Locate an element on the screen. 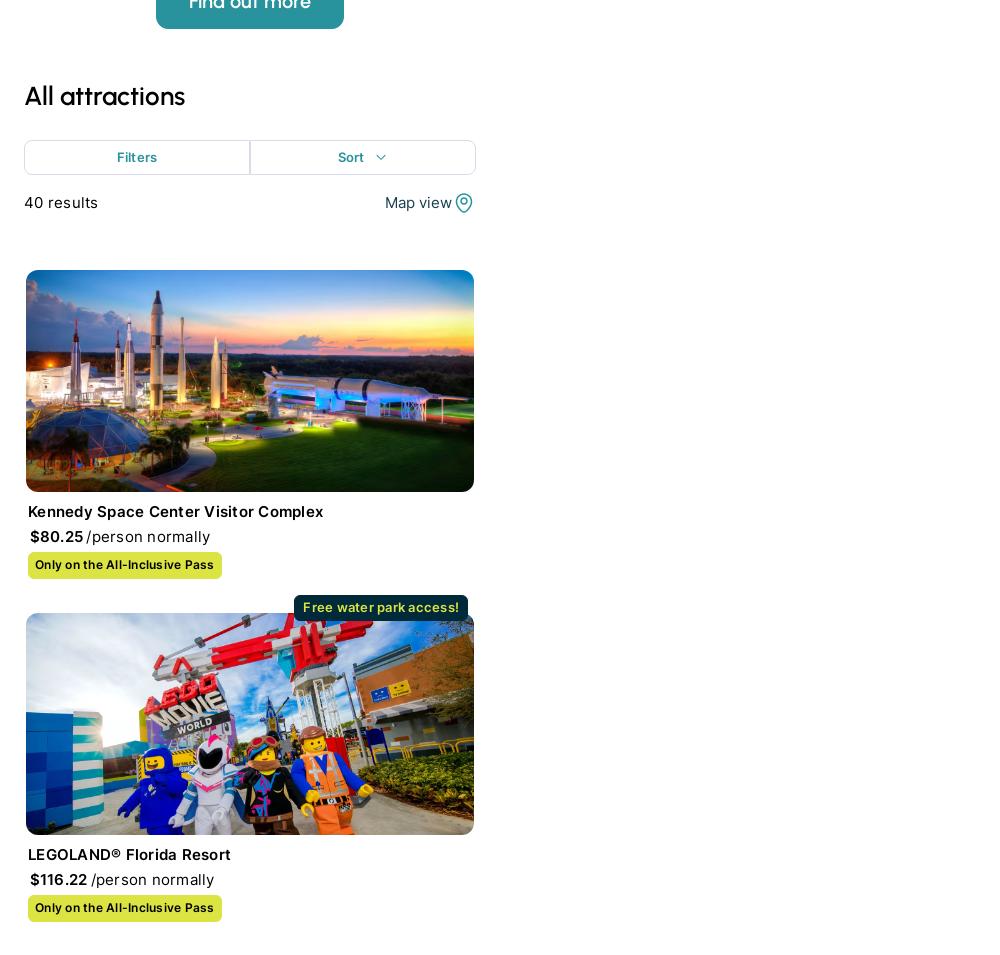 Image resolution: width=1000 pixels, height=955 pixels. 'Your Destination' is located at coordinates (24, 581).